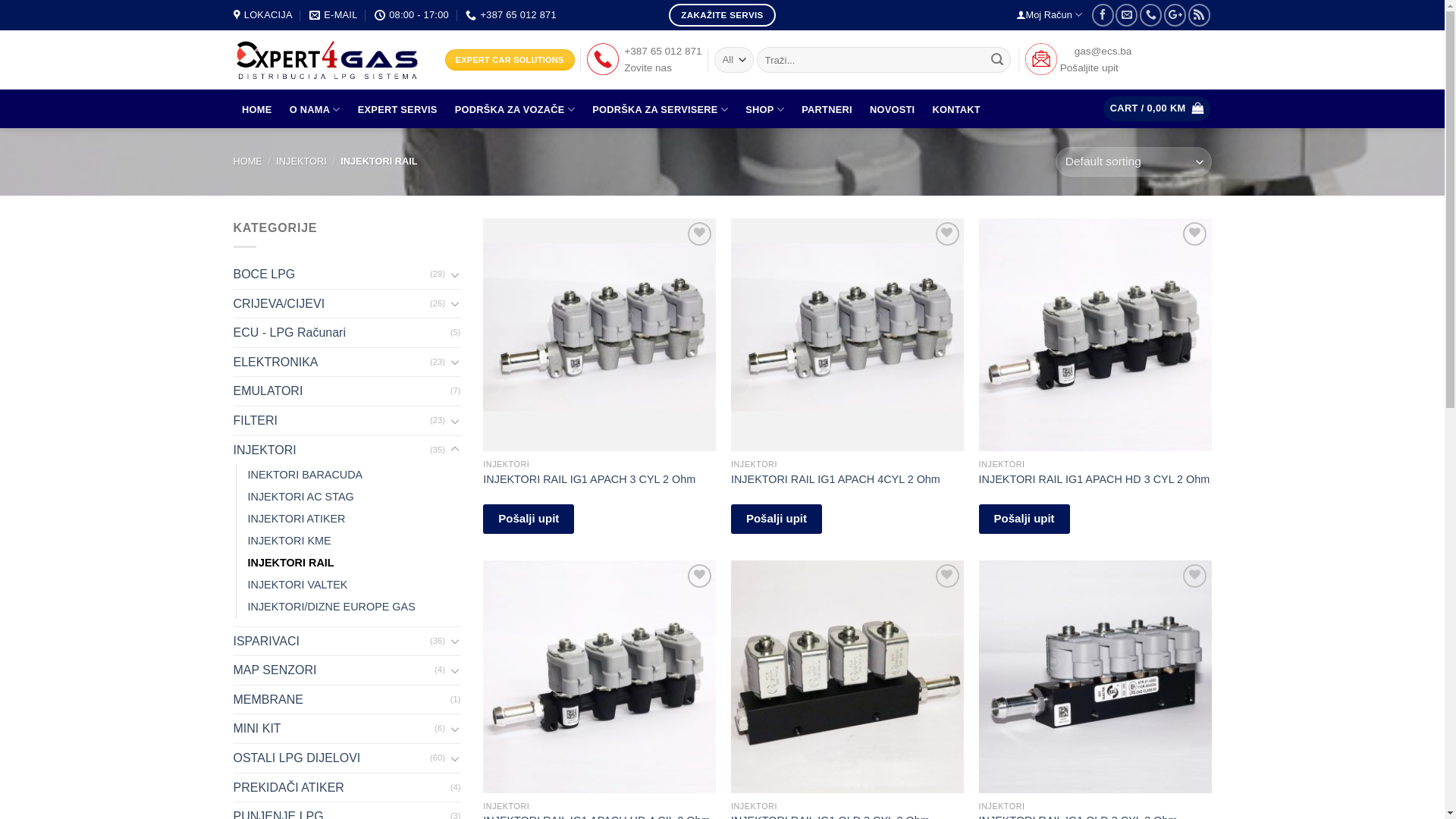 The image size is (1456, 819). I want to click on '+387 65 012 871', so click(510, 14).